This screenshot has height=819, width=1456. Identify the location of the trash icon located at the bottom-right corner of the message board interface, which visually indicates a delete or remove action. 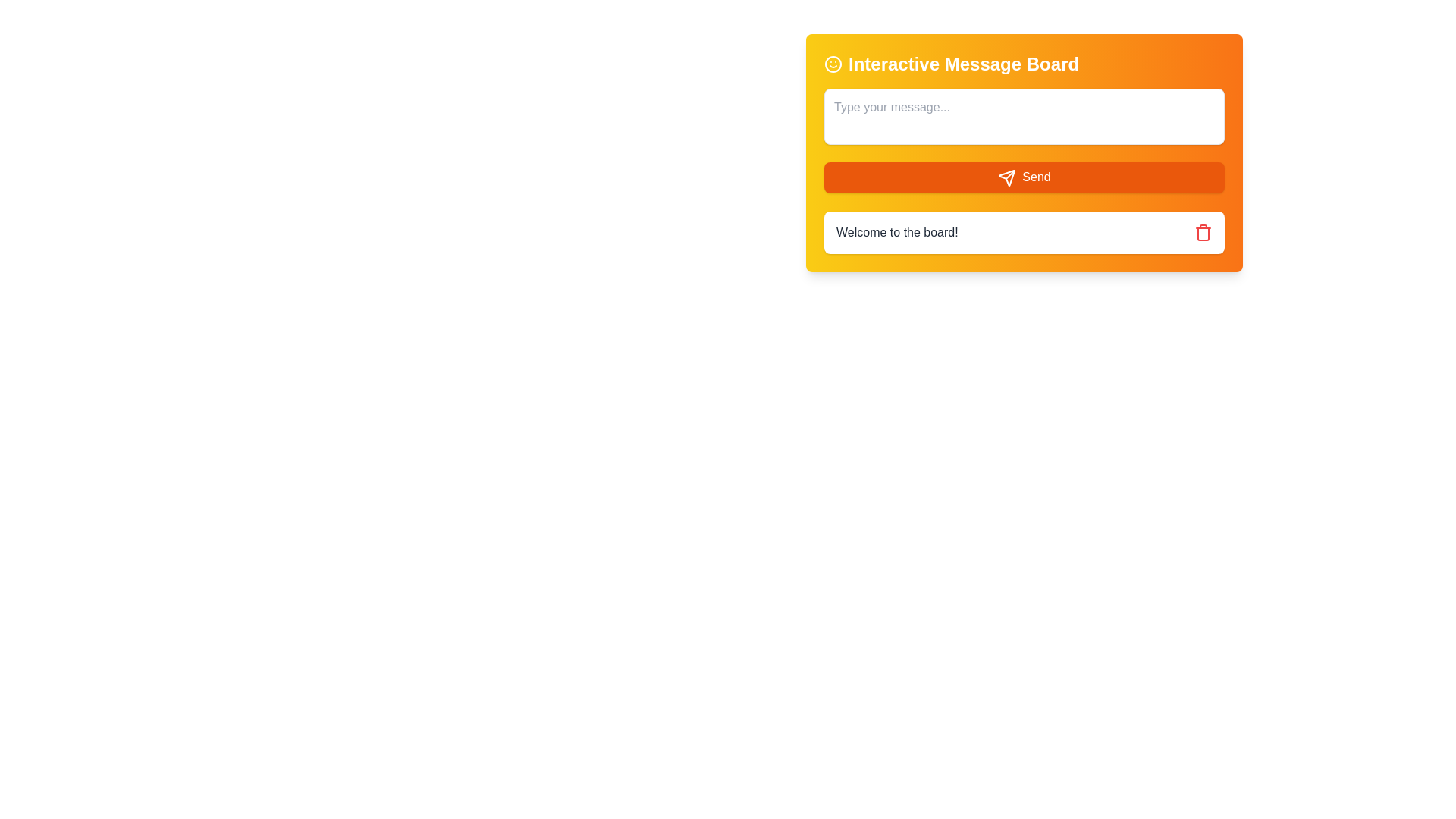
(1203, 234).